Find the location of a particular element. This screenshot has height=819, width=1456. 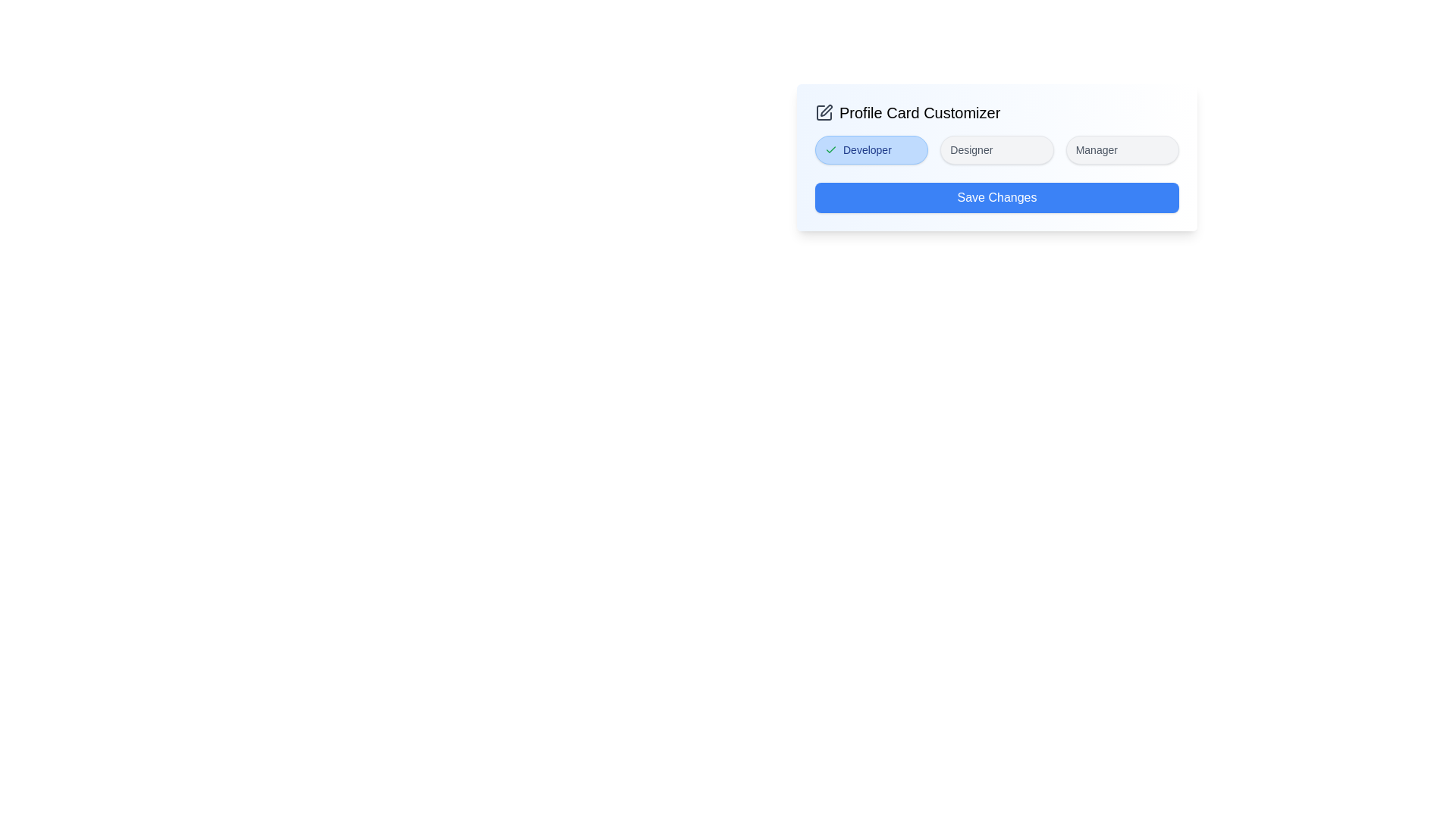

the Designer tag to toggle its selection is located at coordinates (997, 149).